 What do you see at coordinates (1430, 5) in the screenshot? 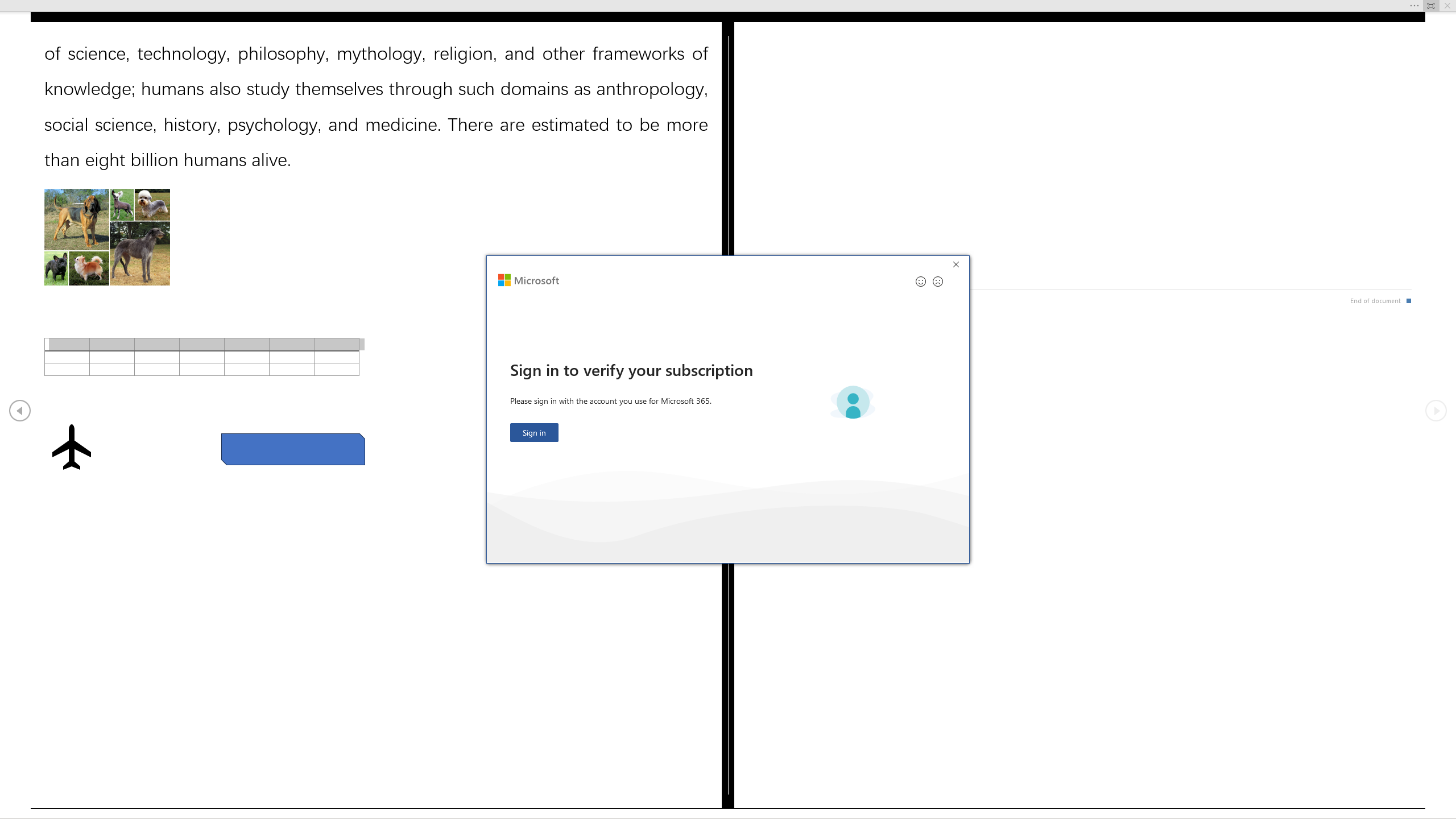
I see `'Always Show Reading Toolbar'` at bounding box center [1430, 5].